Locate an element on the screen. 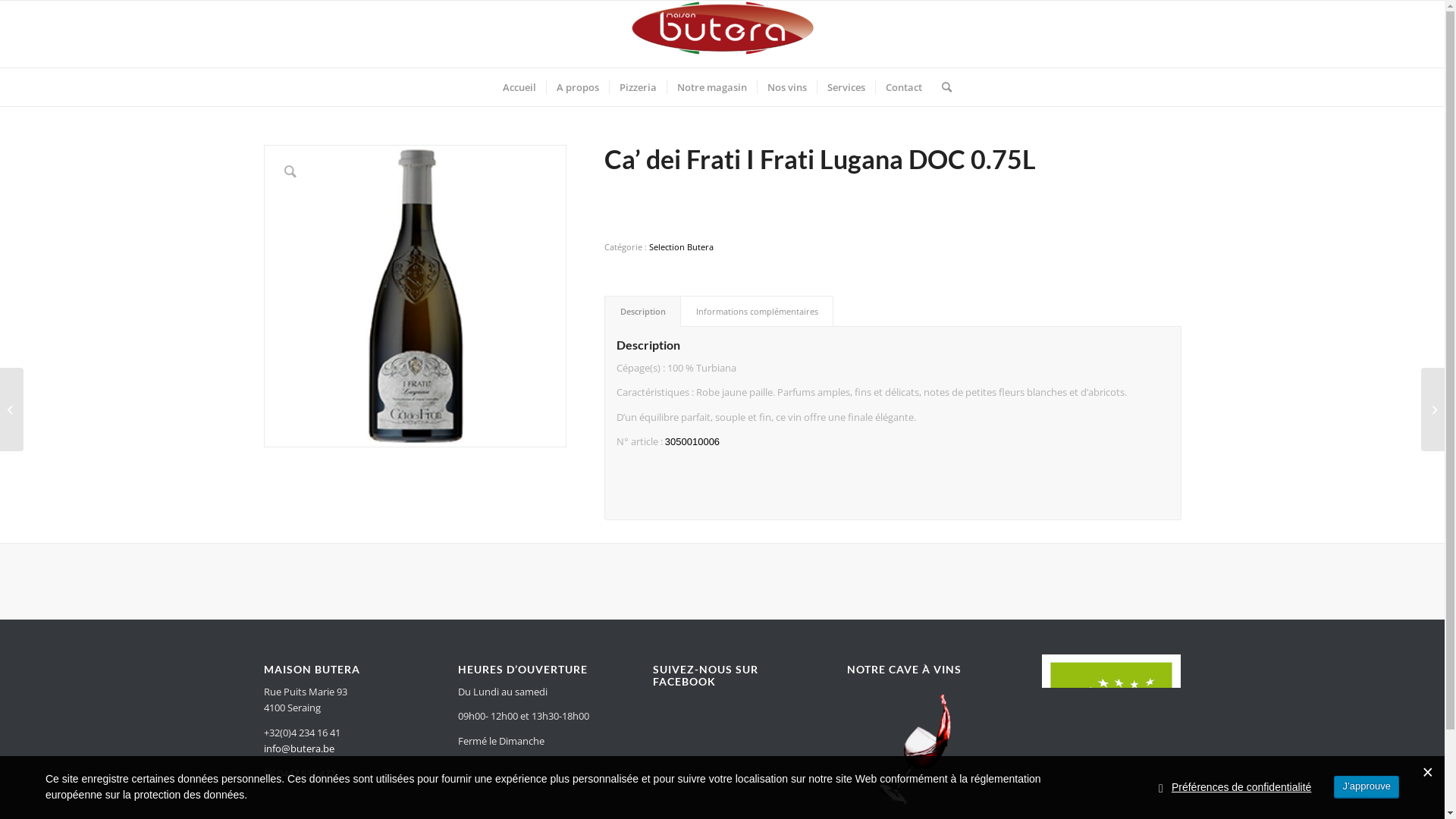  'Nos vins' is located at coordinates (786, 87).